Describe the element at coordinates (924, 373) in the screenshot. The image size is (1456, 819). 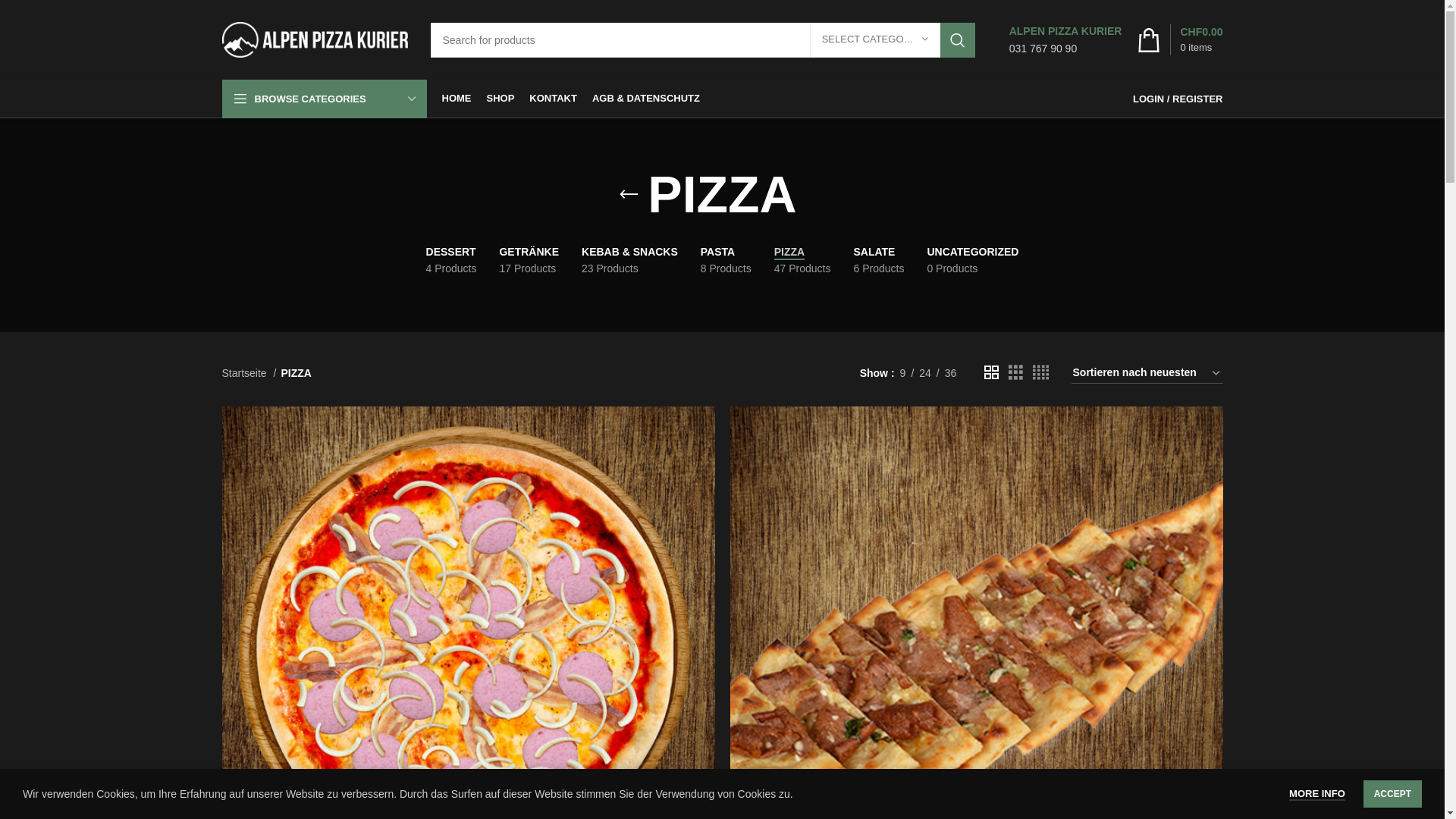
I see `'24'` at that location.